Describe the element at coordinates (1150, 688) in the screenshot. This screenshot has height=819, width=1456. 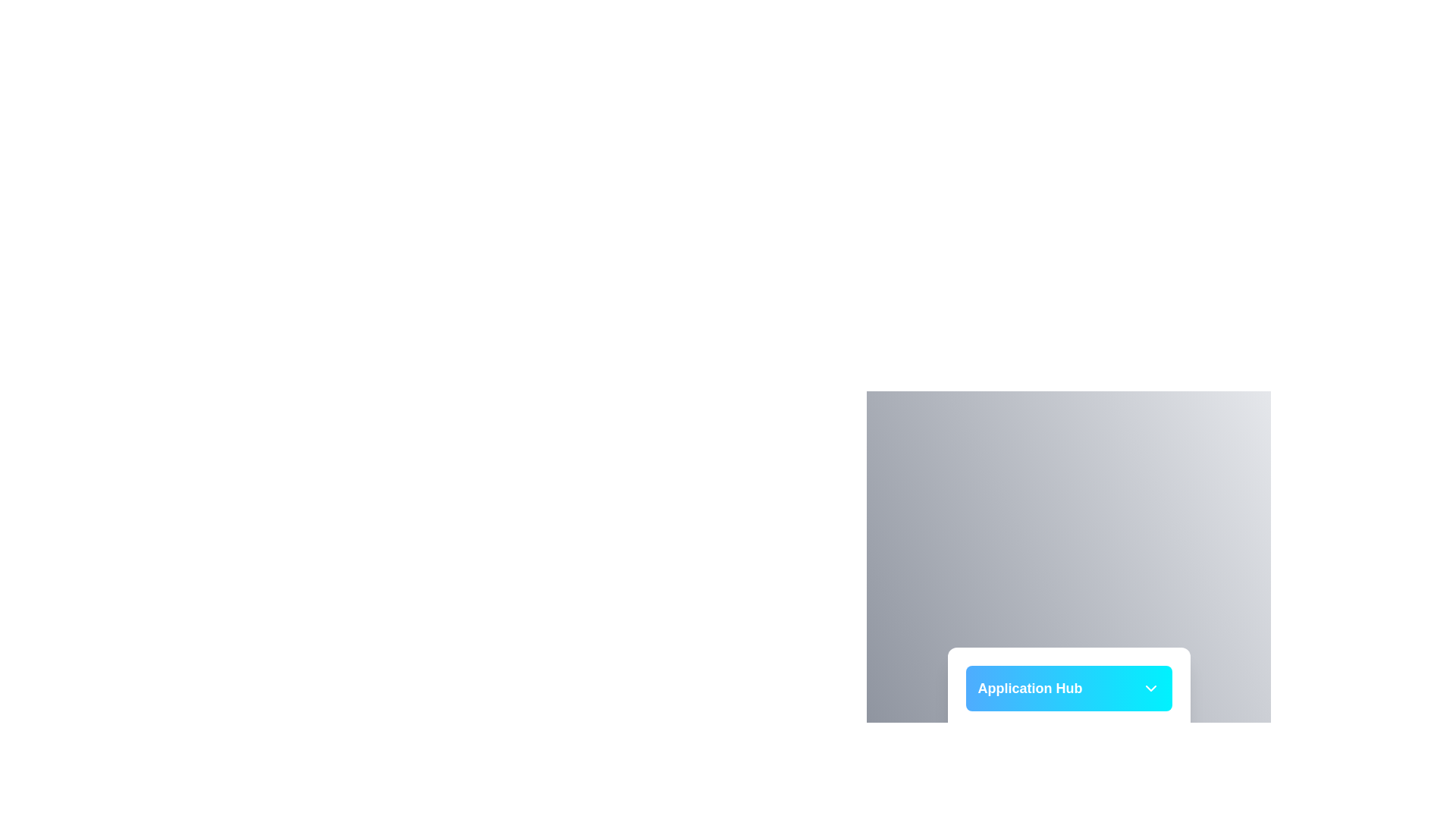
I see `the dropdown toggle button to toggle the menu` at that location.